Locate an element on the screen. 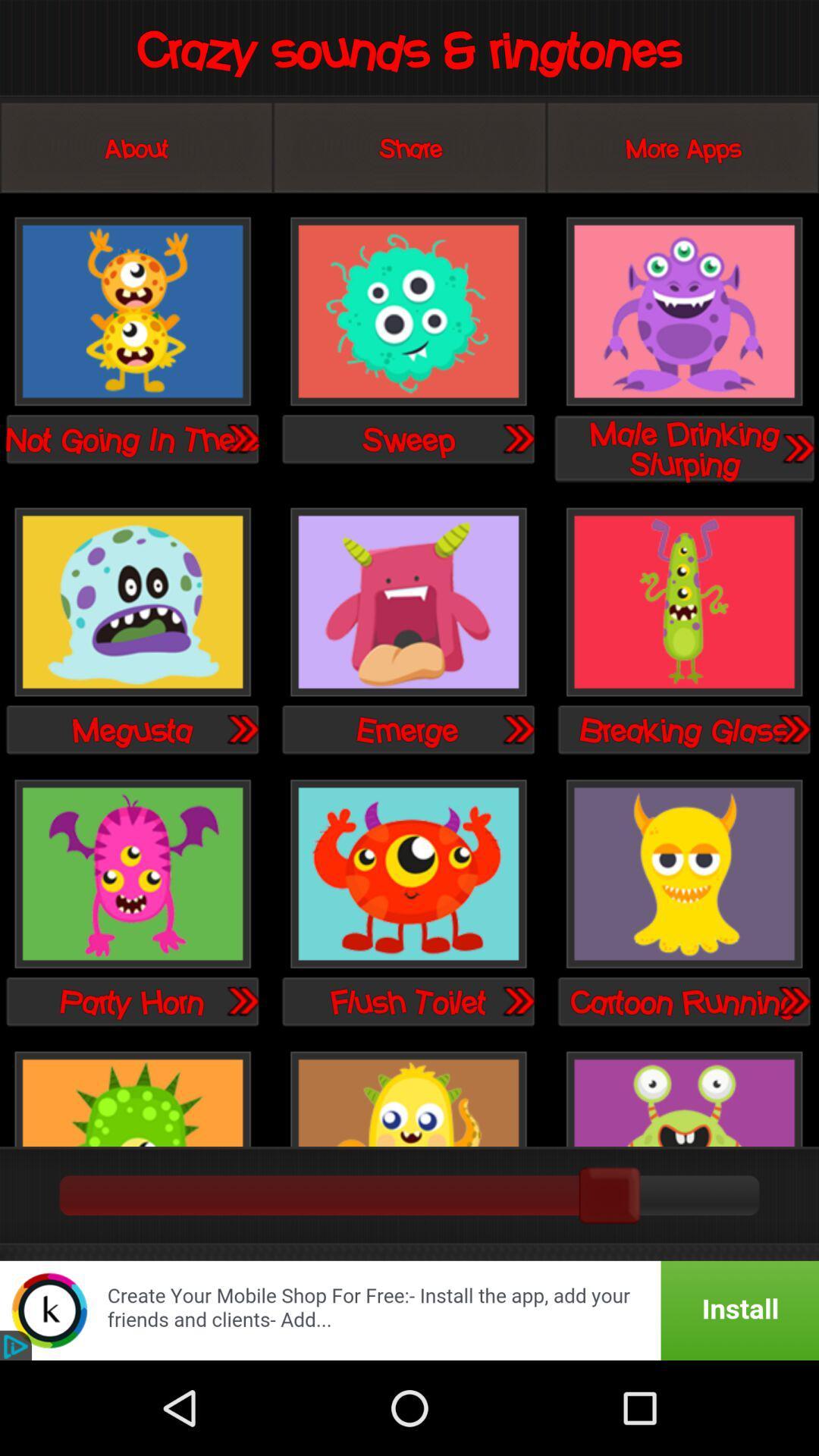 The width and height of the screenshot is (819, 1456). try ringtone is located at coordinates (517, 729).